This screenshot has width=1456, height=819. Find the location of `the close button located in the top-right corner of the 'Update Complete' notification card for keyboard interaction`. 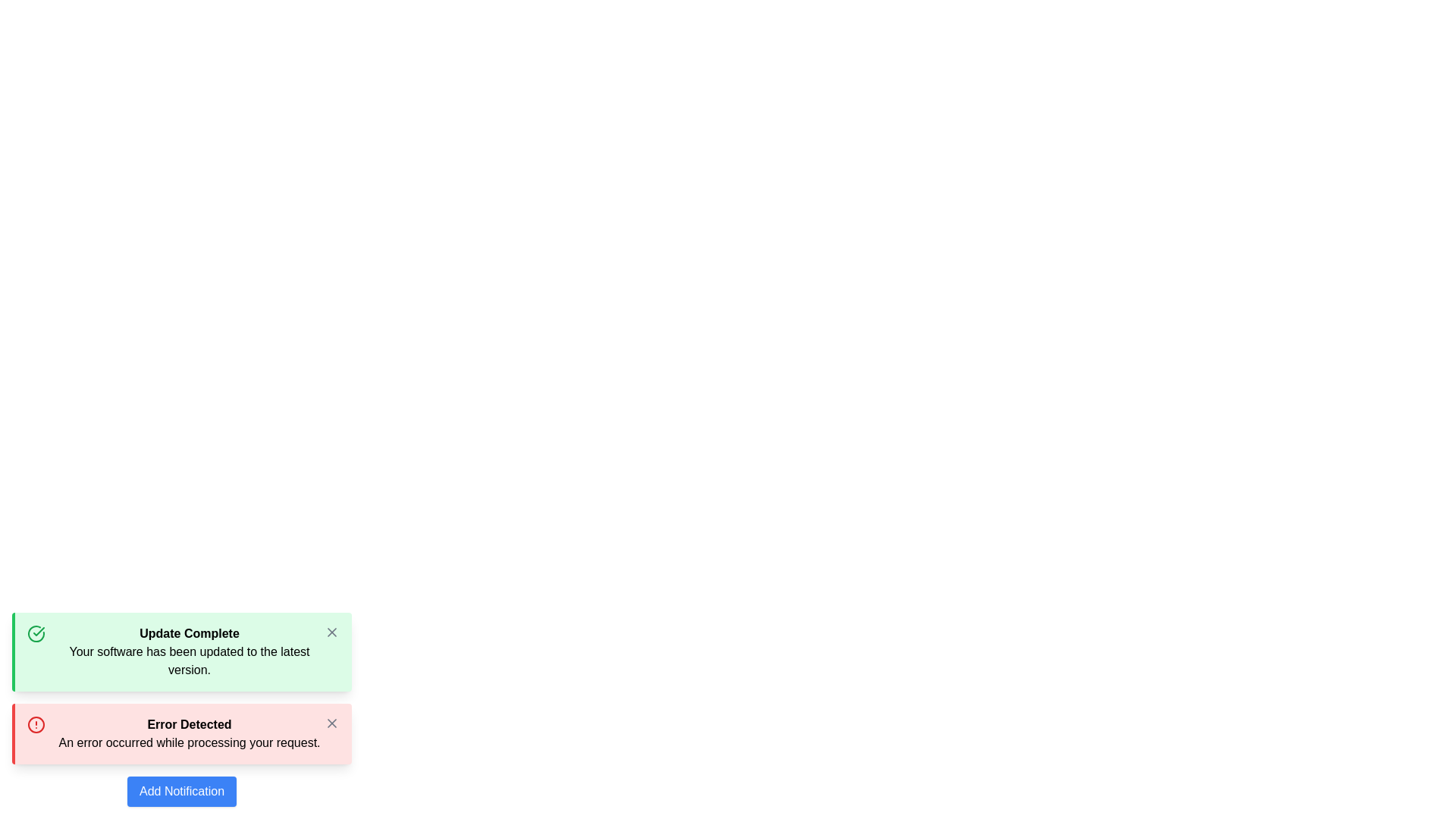

the close button located in the top-right corner of the 'Update Complete' notification card for keyboard interaction is located at coordinates (331, 632).